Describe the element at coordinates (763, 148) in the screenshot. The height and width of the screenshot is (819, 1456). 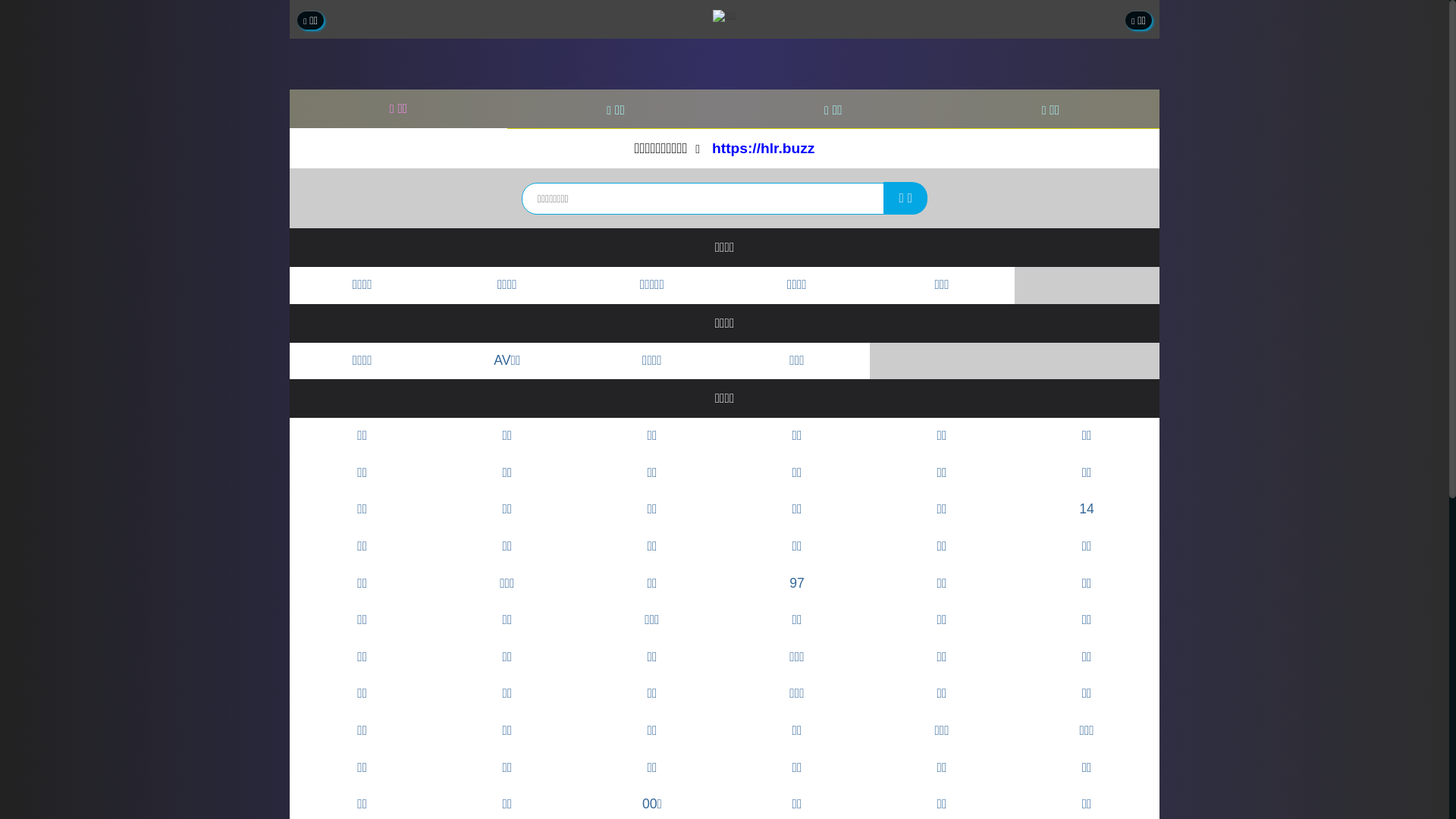
I see `'https://hlr.buzz'` at that location.